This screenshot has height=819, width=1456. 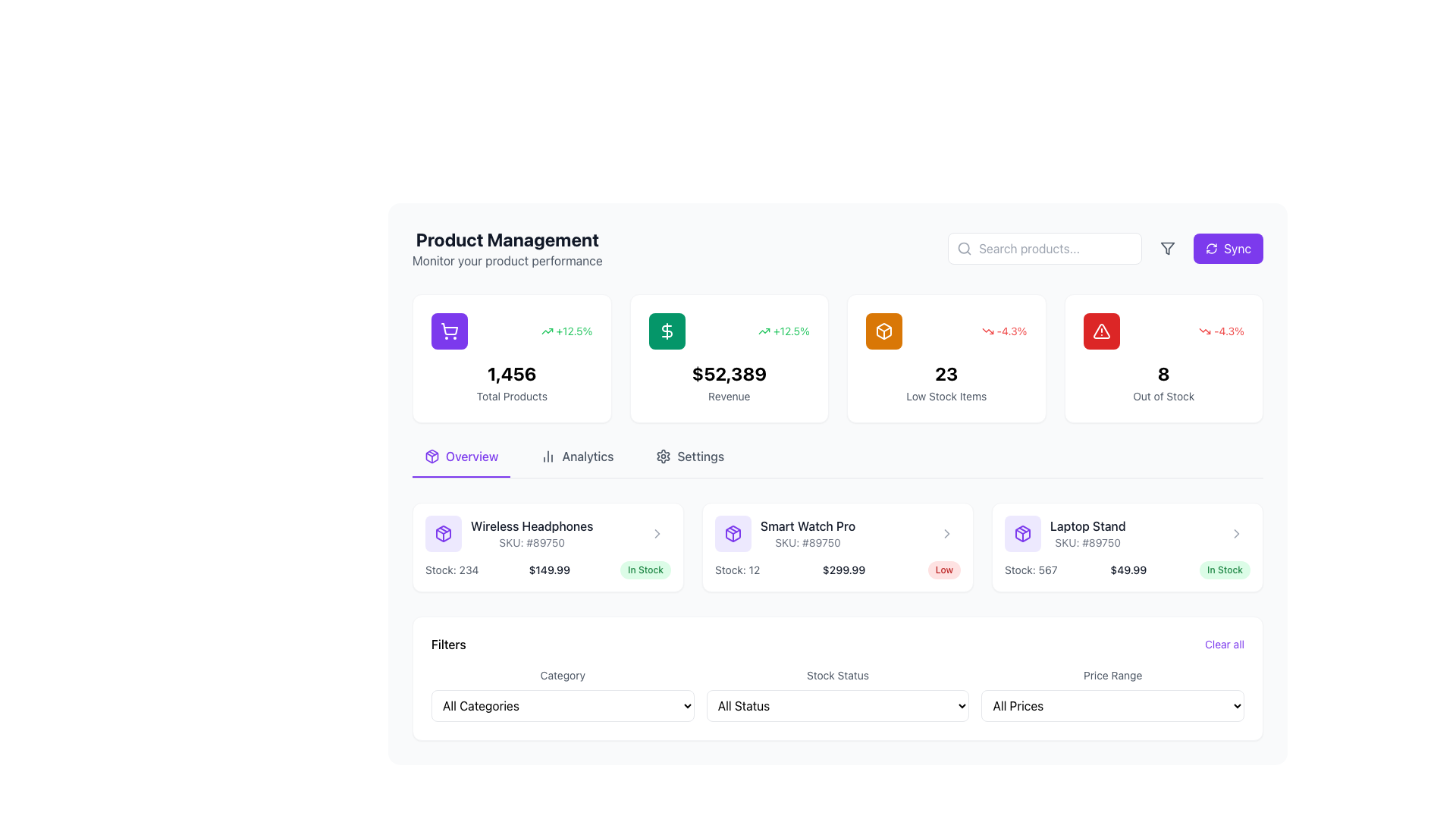 I want to click on the price display for the 'Smart Watch Pro', which is a non-interactive static text element located below the product section and flanked by stock quantity and status badge, so click(x=843, y=570).